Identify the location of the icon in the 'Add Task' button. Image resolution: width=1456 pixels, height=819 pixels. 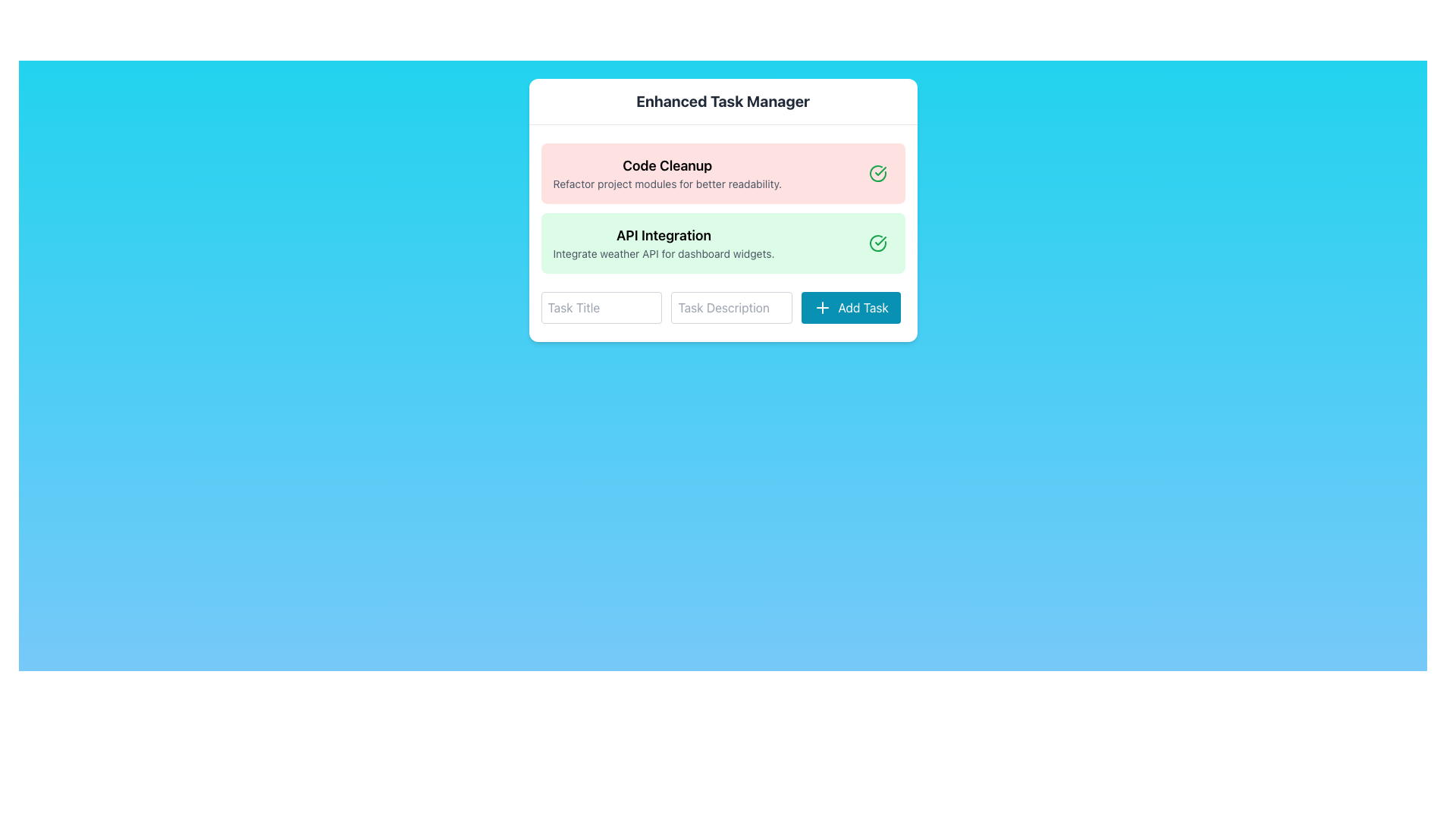
(822, 307).